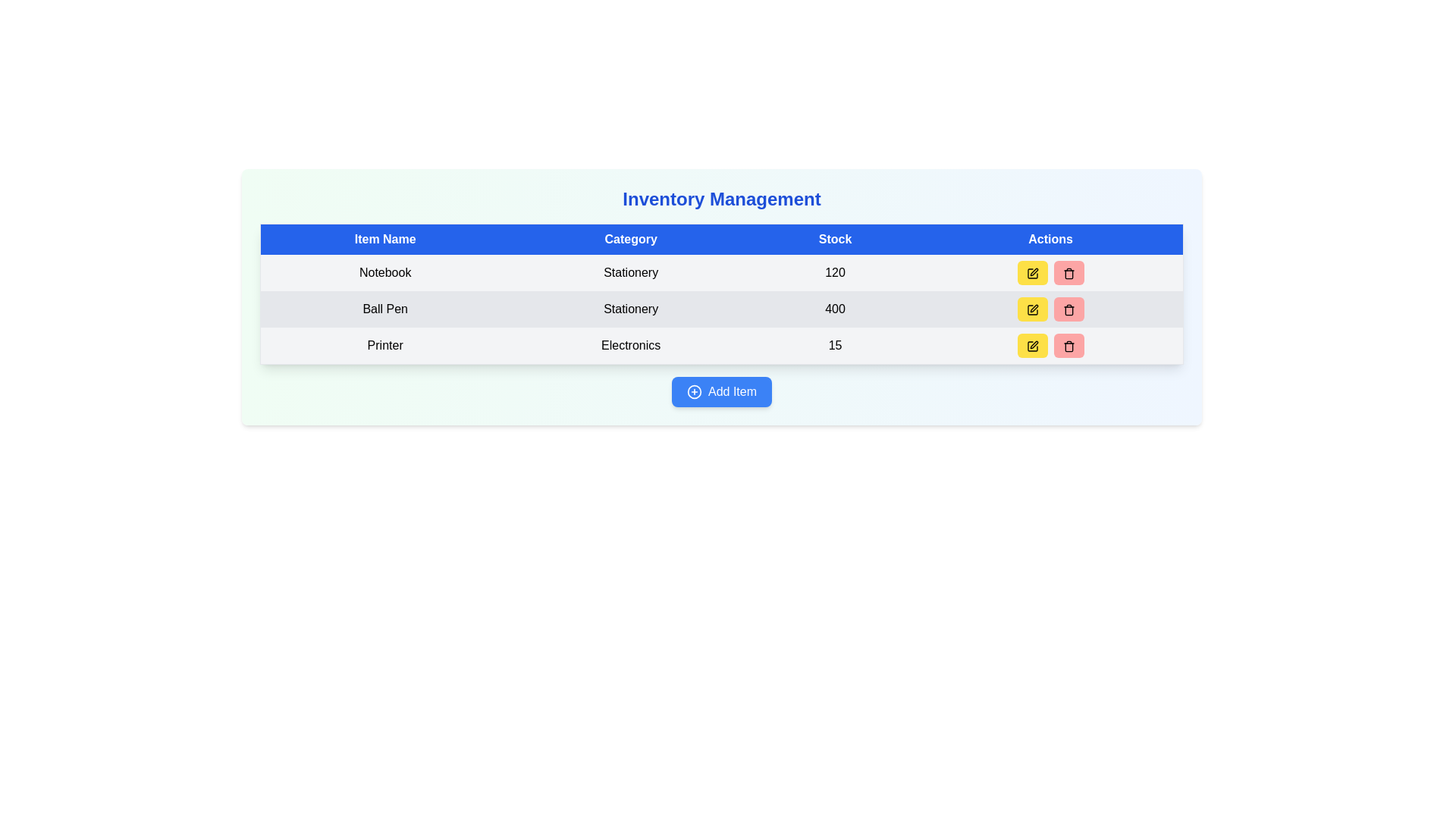 The image size is (1456, 819). I want to click on the text label in the second column of the third row of the data table, which represents the category for the item listed, specifically aligned with the value 'Printer', so click(631, 346).